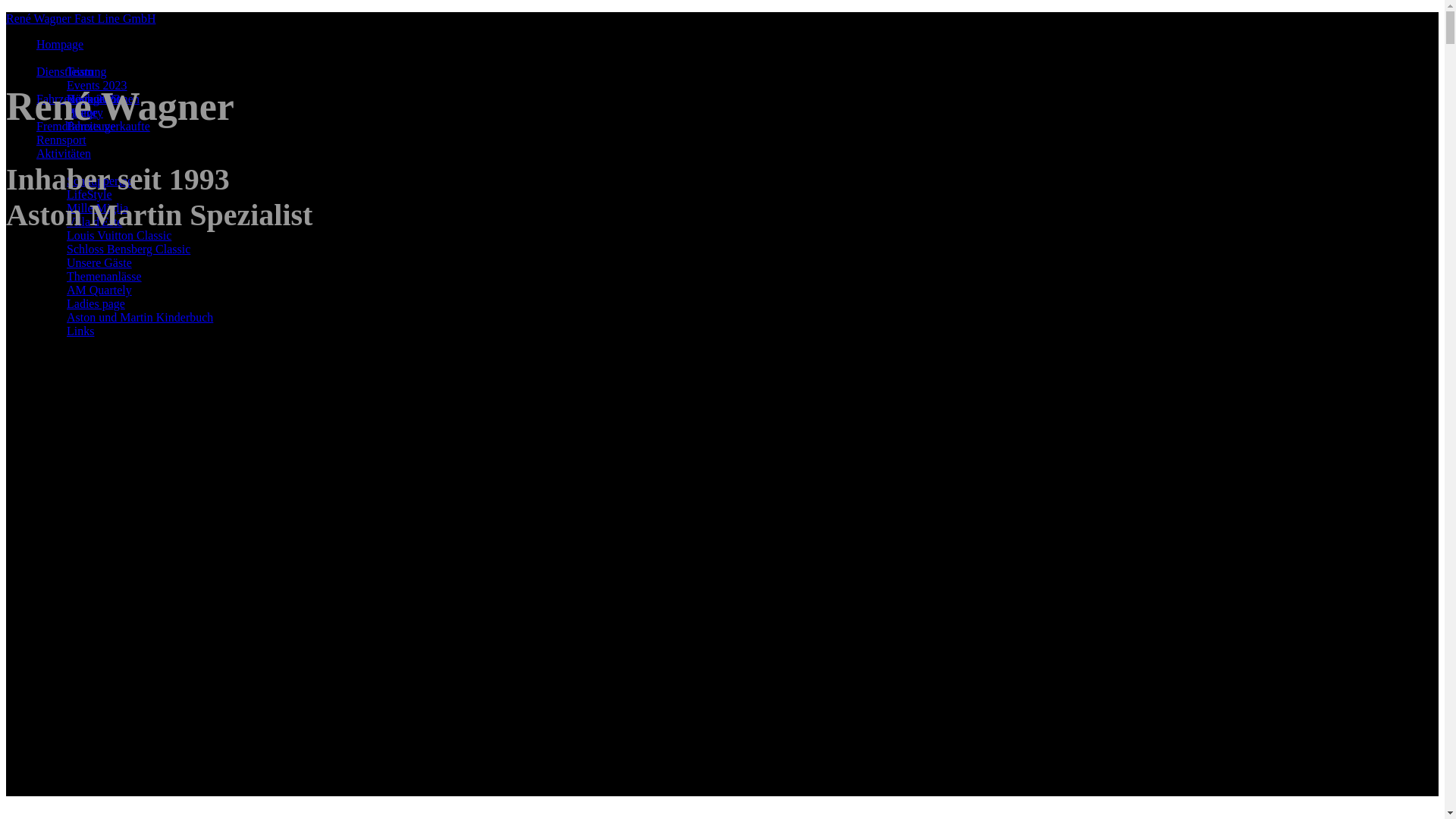  What do you see at coordinates (65, 85) in the screenshot?
I see `'Events 2023'` at bounding box center [65, 85].